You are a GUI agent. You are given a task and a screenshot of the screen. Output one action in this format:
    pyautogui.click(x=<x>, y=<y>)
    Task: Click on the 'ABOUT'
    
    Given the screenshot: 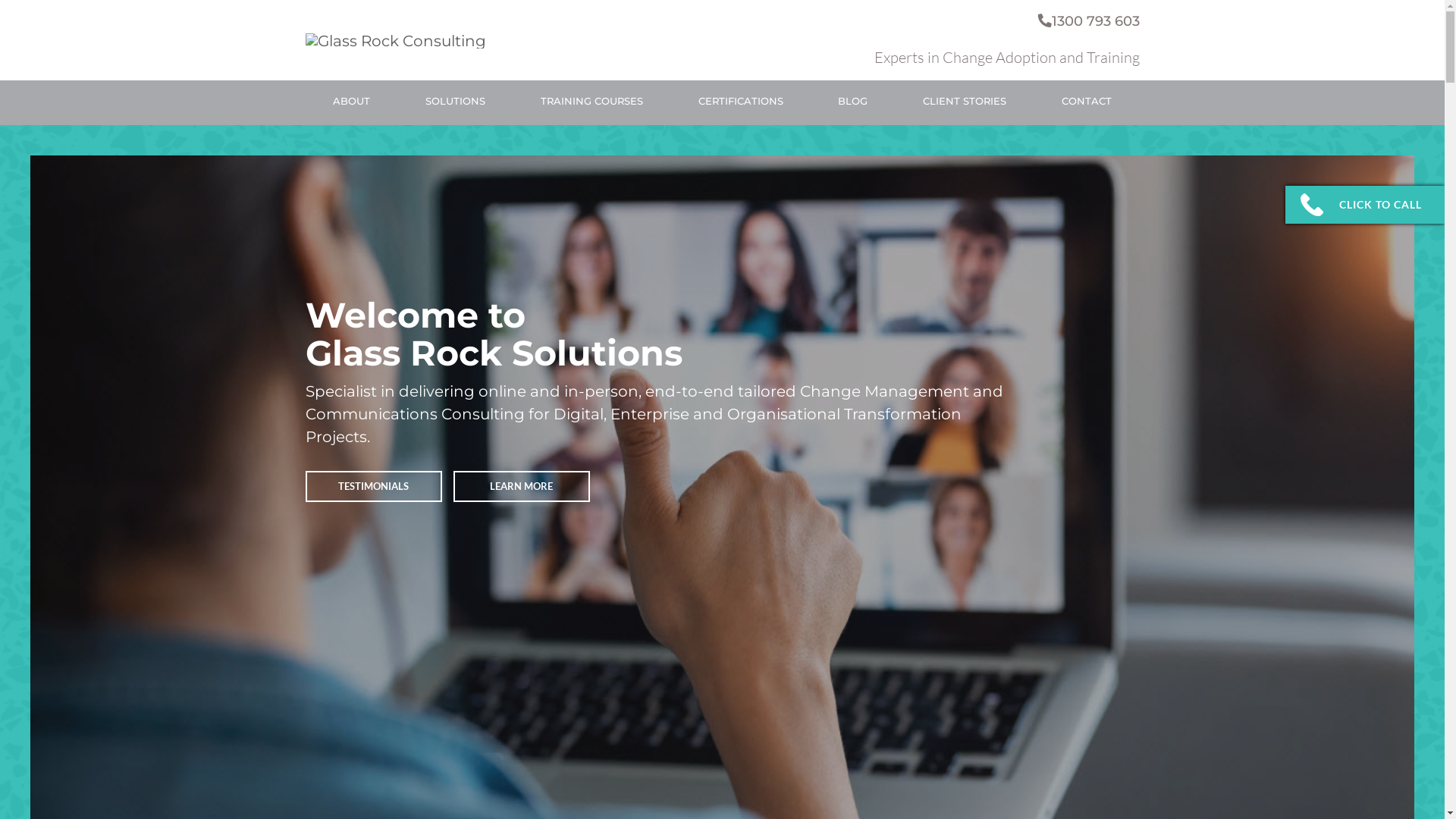 What is the action you would take?
    pyautogui.click(x=350, y=102)
    